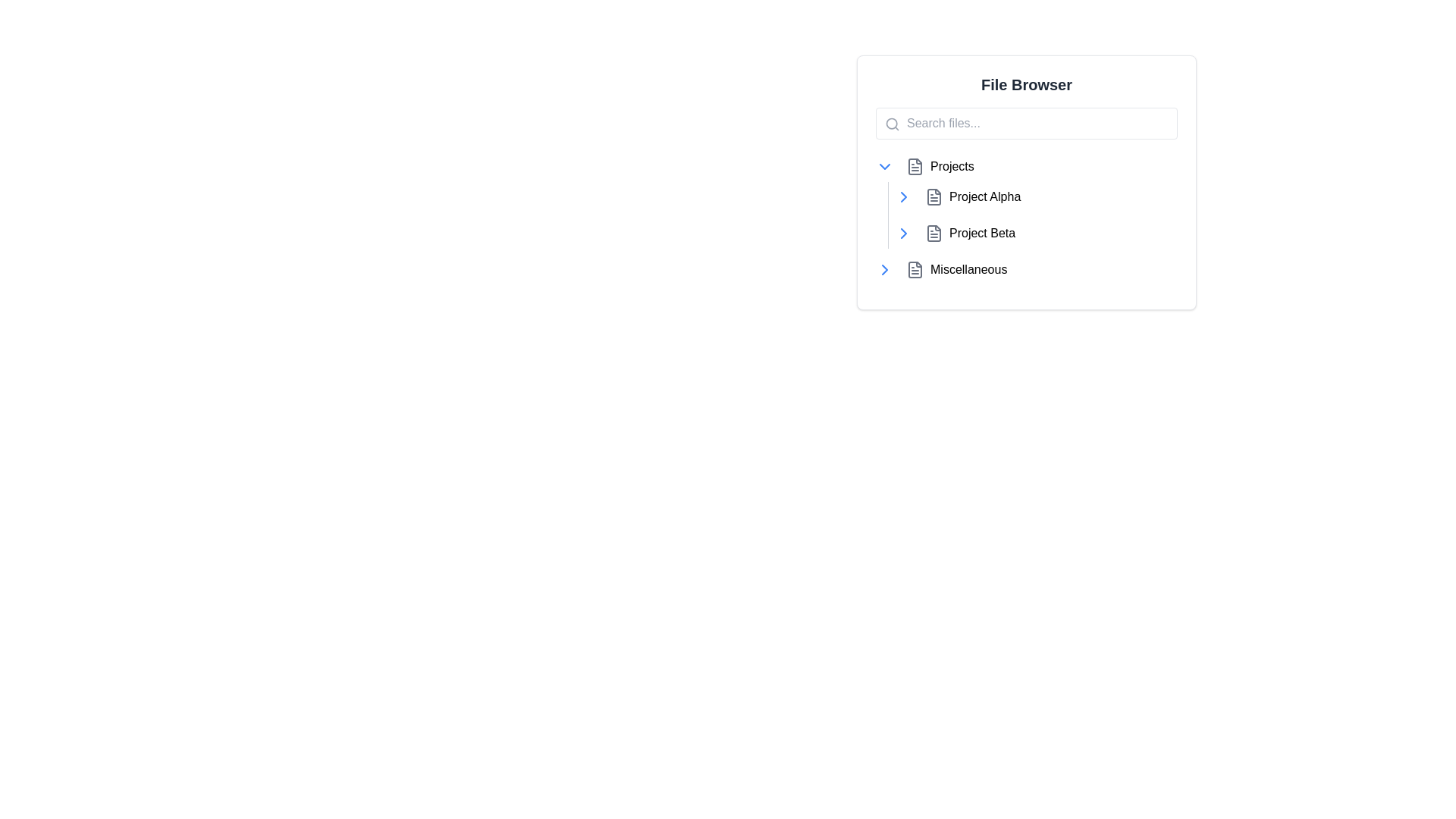 Image resolution: width=1456 pixels, height=819 pixels. What do you see at coordinates (934, 234) in the screenshot?
I see `the file icon representing 'Project Beta'` at bounding box center [934, 234].